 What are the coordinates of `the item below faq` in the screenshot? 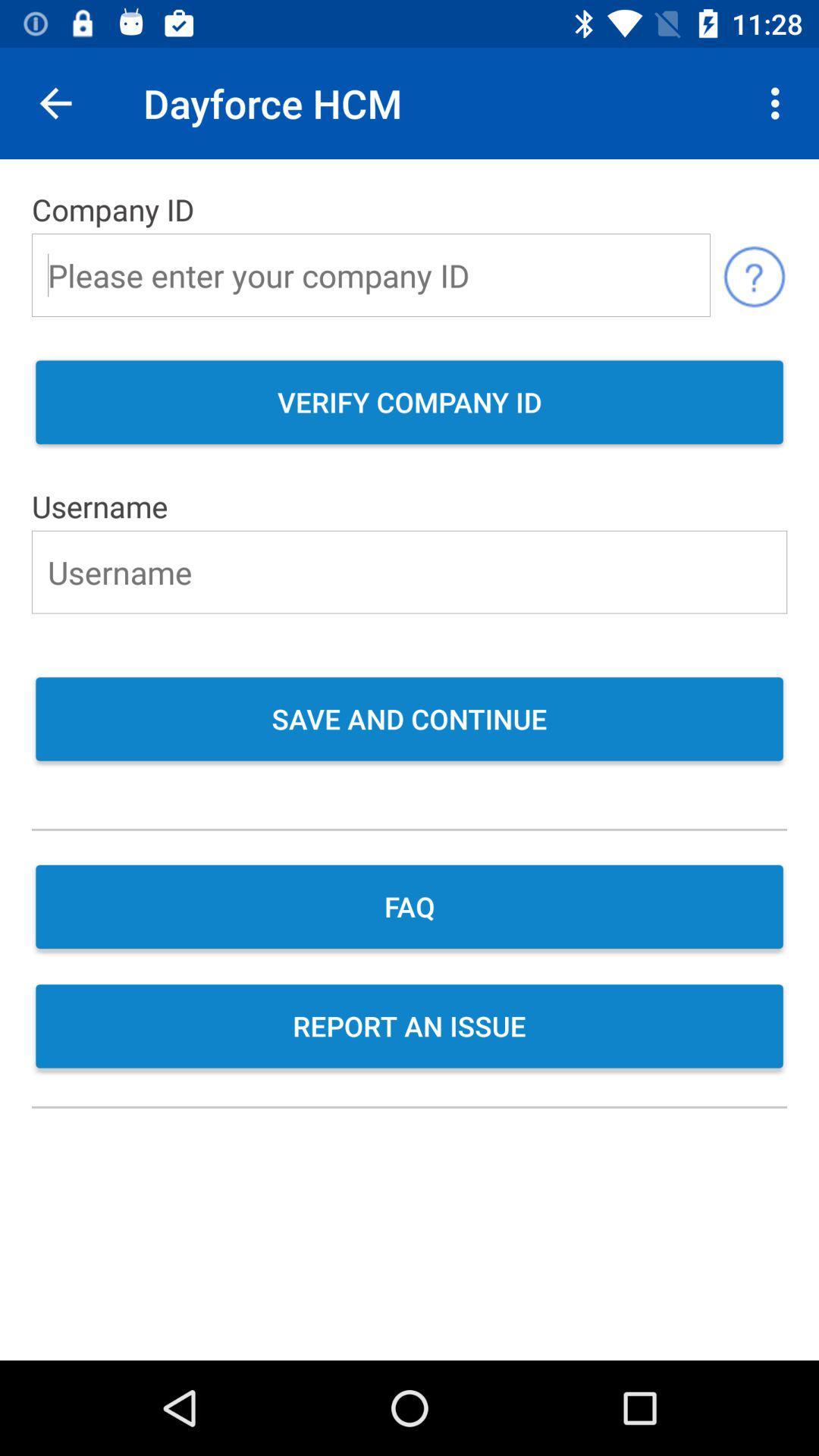 It's located at (409, 1028).